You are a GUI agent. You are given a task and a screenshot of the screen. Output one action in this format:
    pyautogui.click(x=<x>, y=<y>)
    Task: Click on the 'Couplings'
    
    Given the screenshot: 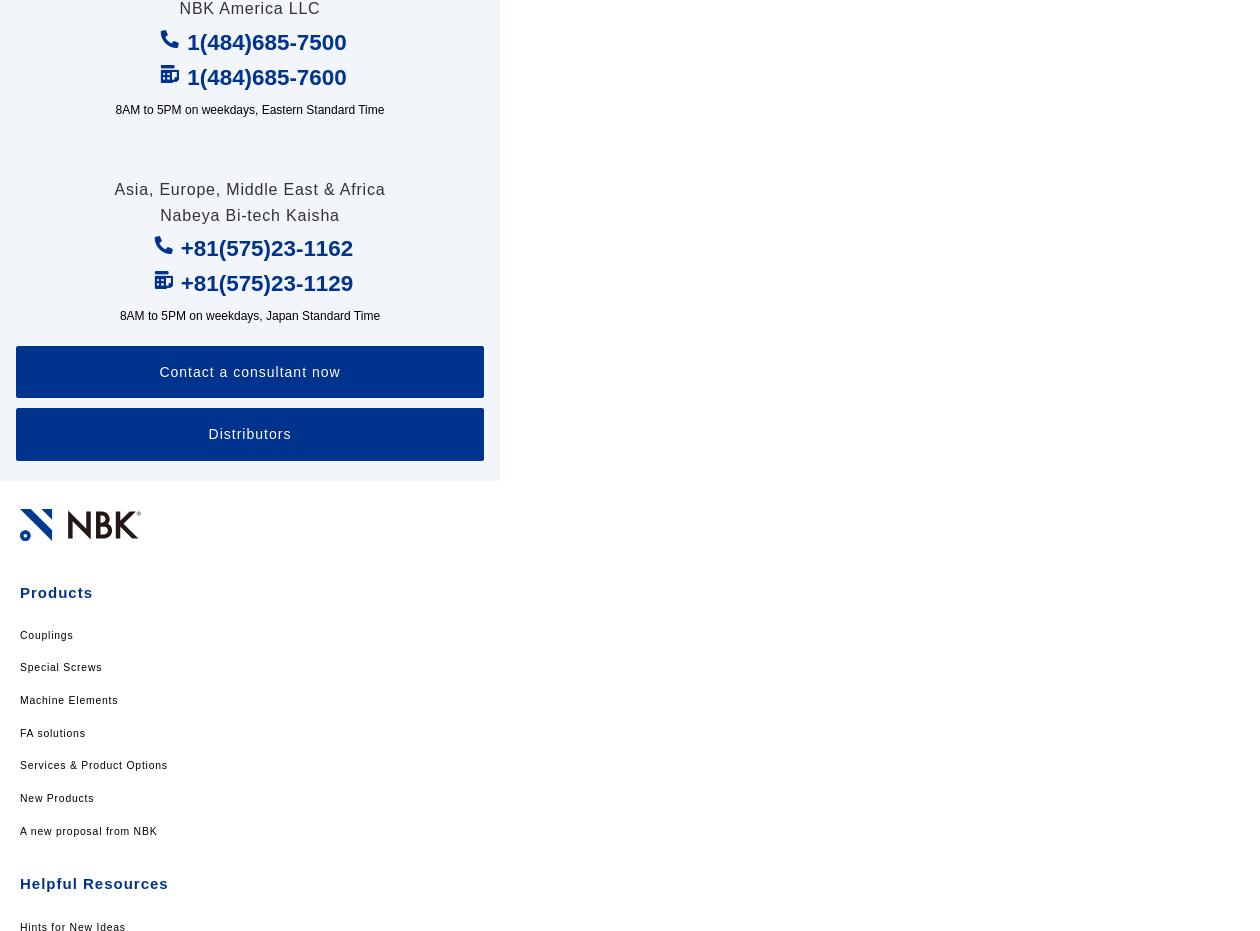 What is the action you would take?
    pyautogui.click(x=46, y=634)
    